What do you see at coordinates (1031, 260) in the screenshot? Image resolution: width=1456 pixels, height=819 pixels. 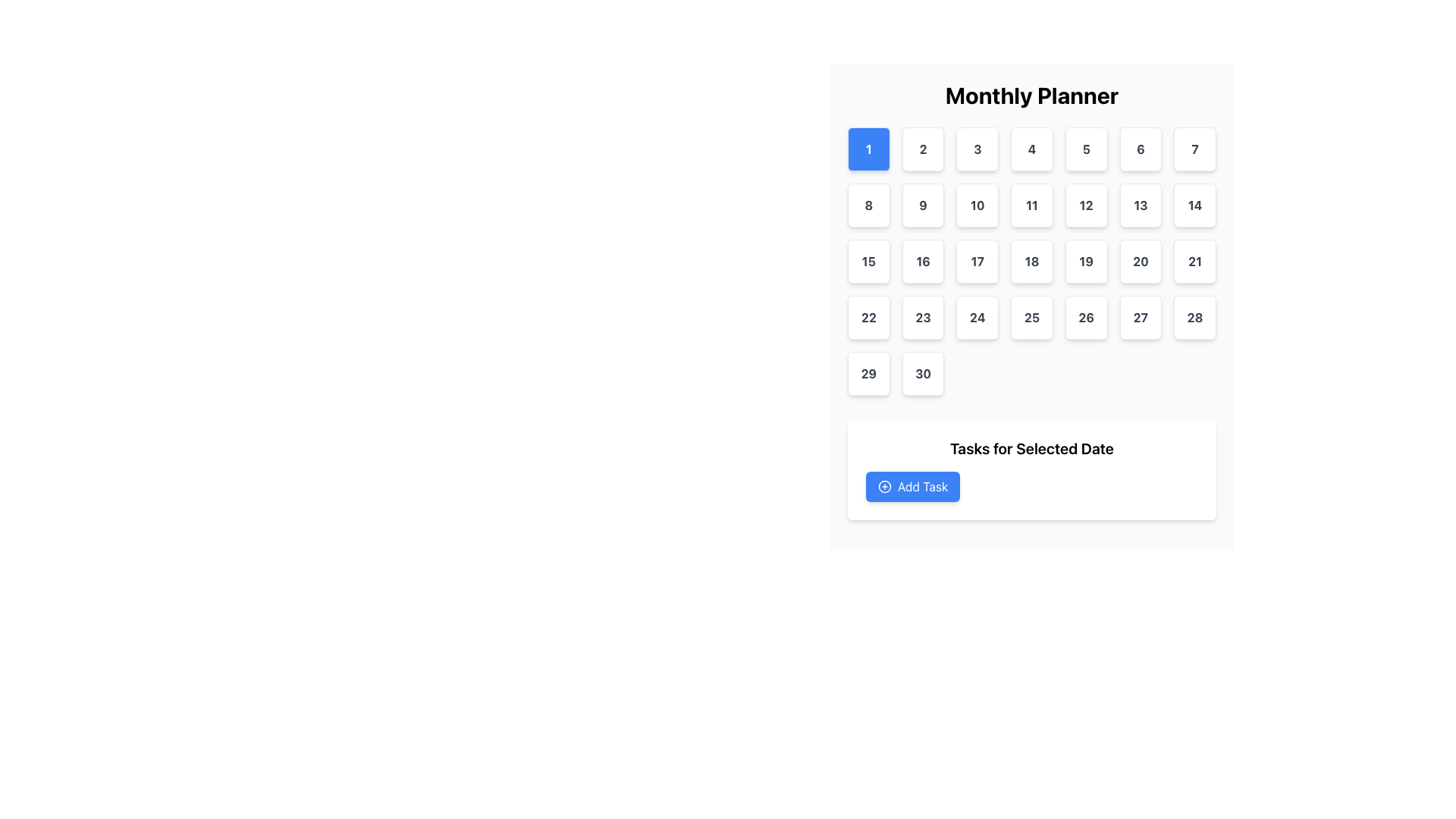 I see `the interactive calendar date entry for the 18th day of the month` at bounding box center [1031, 260].